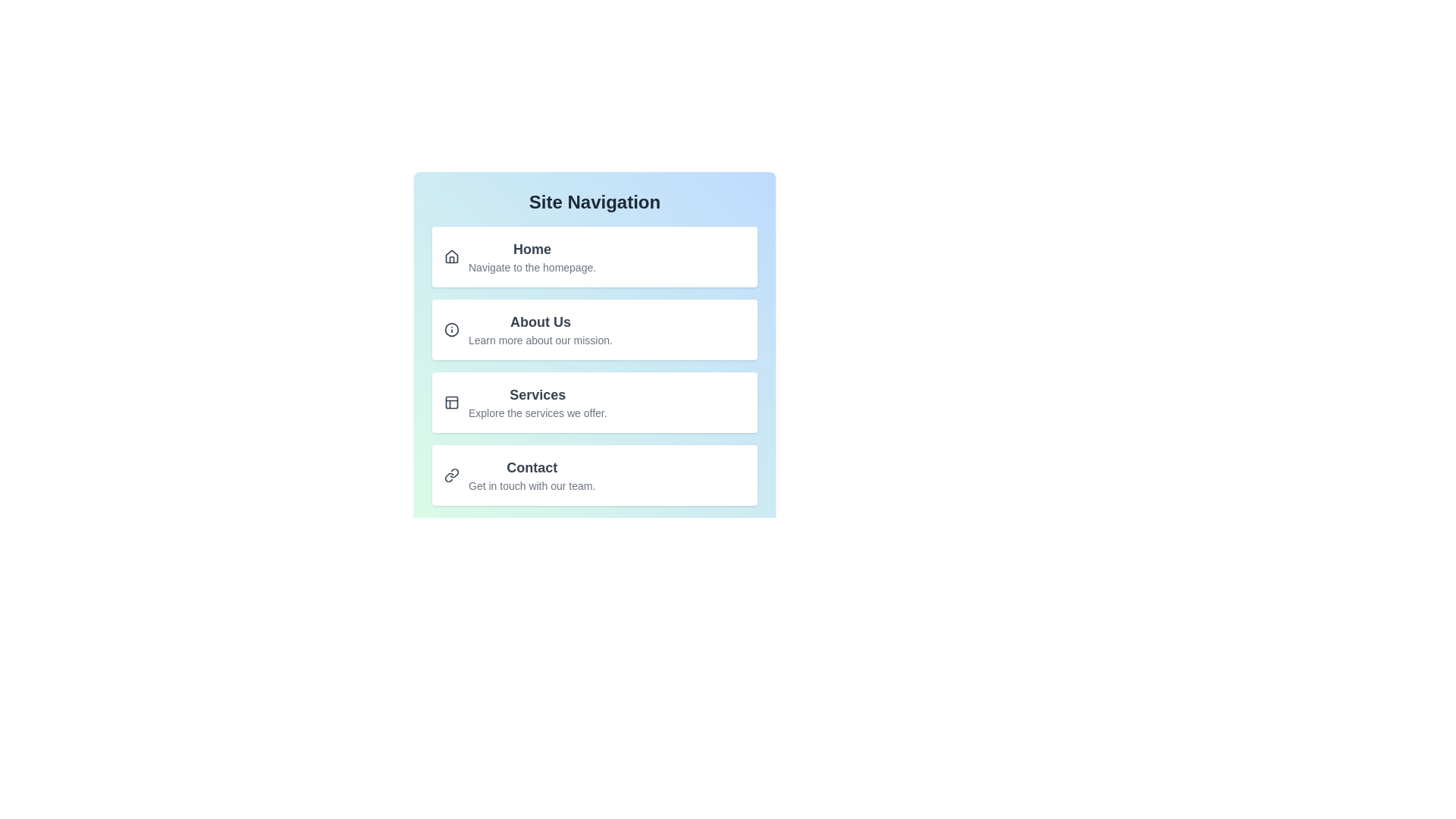  Describe the element at coordinates (450, 329) in the screenshot. I see `the circular information icon with an outlined stroke, located on the left side of the 'About Us' section in the Site Navigation menu` at that location.